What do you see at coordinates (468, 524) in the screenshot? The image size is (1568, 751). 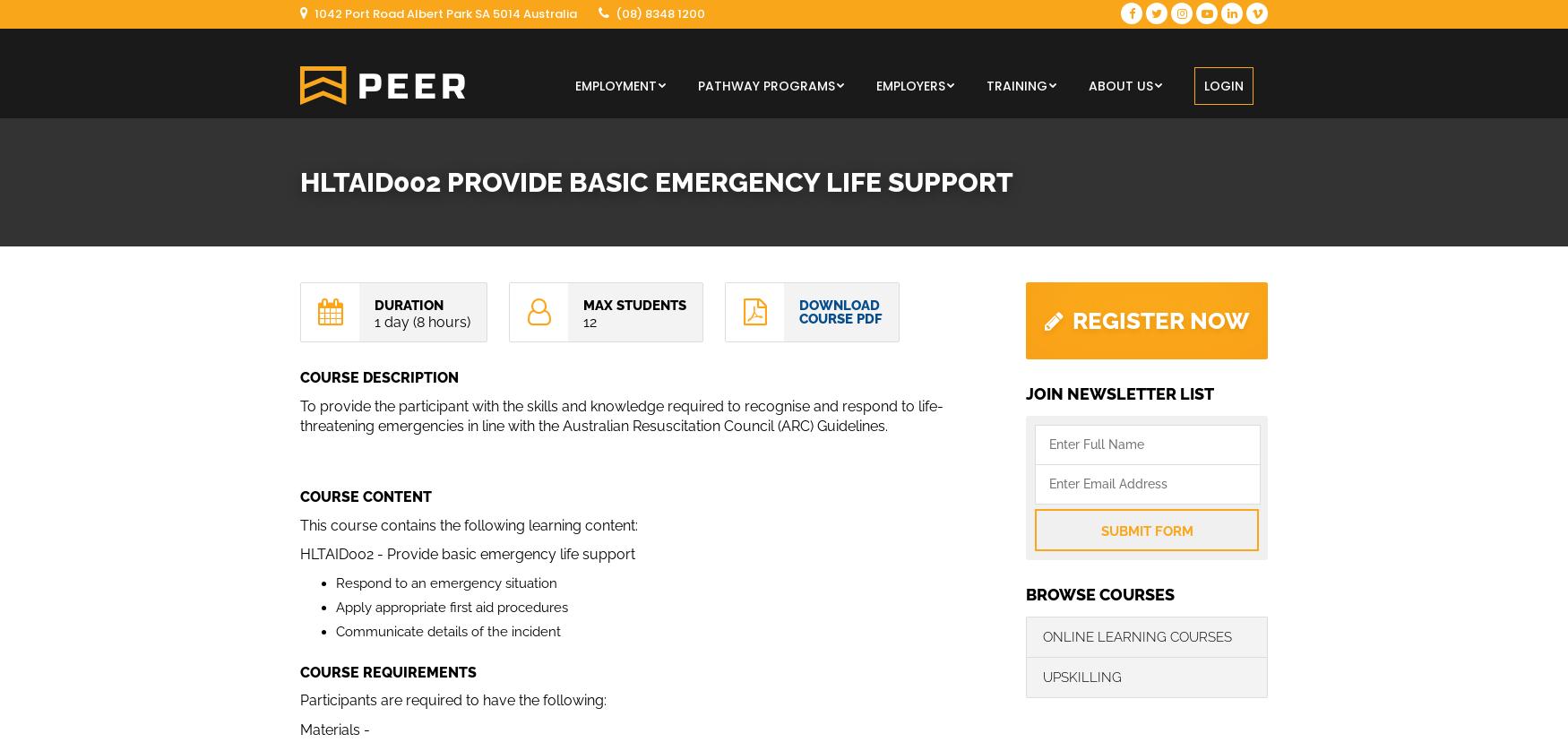 I see `'This course contains the following learning content:'` at bounding box center [468, 524].